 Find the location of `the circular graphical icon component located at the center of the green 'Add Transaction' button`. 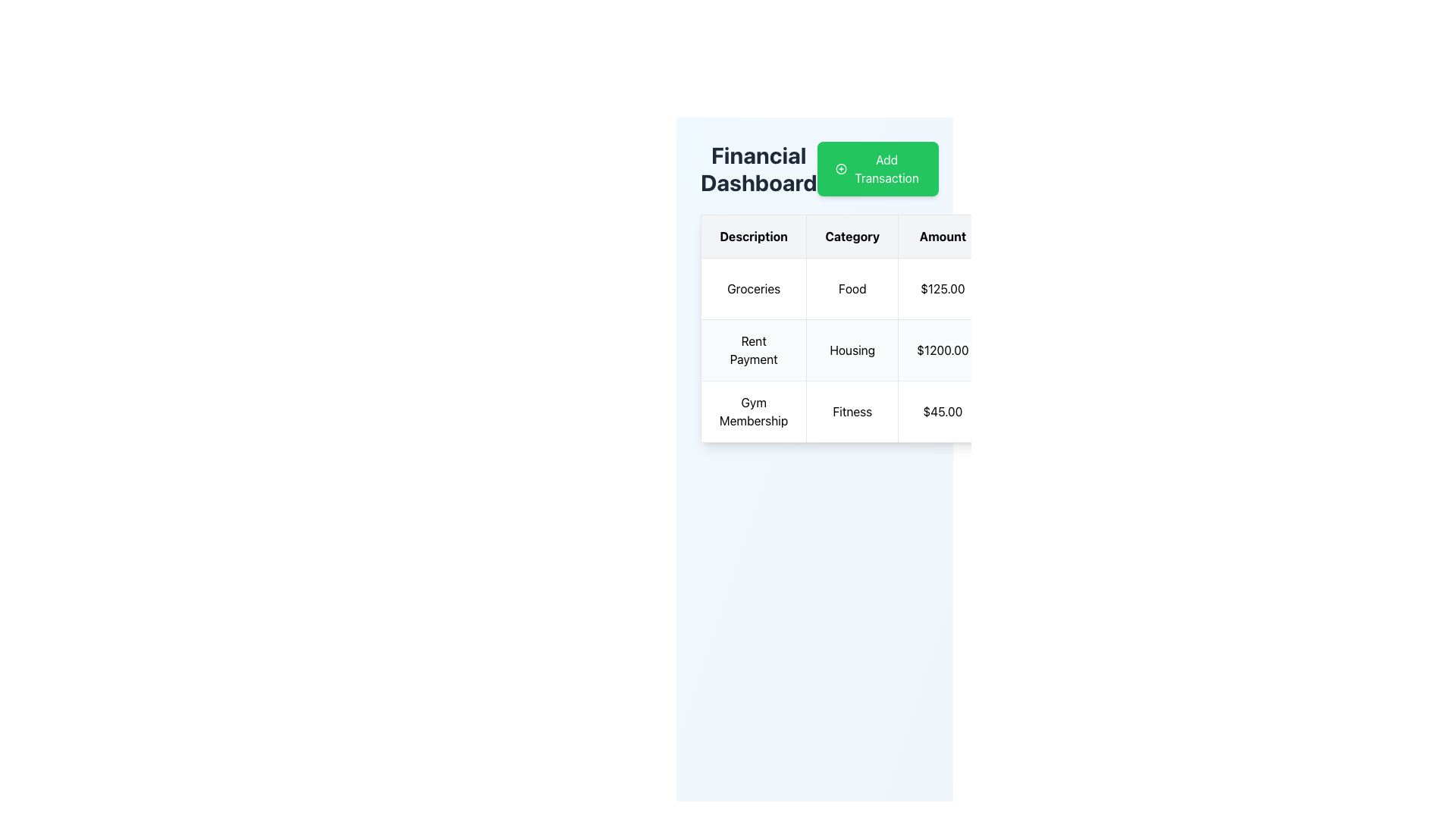

the circular graphical icon component located at the center of the green 'Add Transaction' button is located at coordinates (840, 169).